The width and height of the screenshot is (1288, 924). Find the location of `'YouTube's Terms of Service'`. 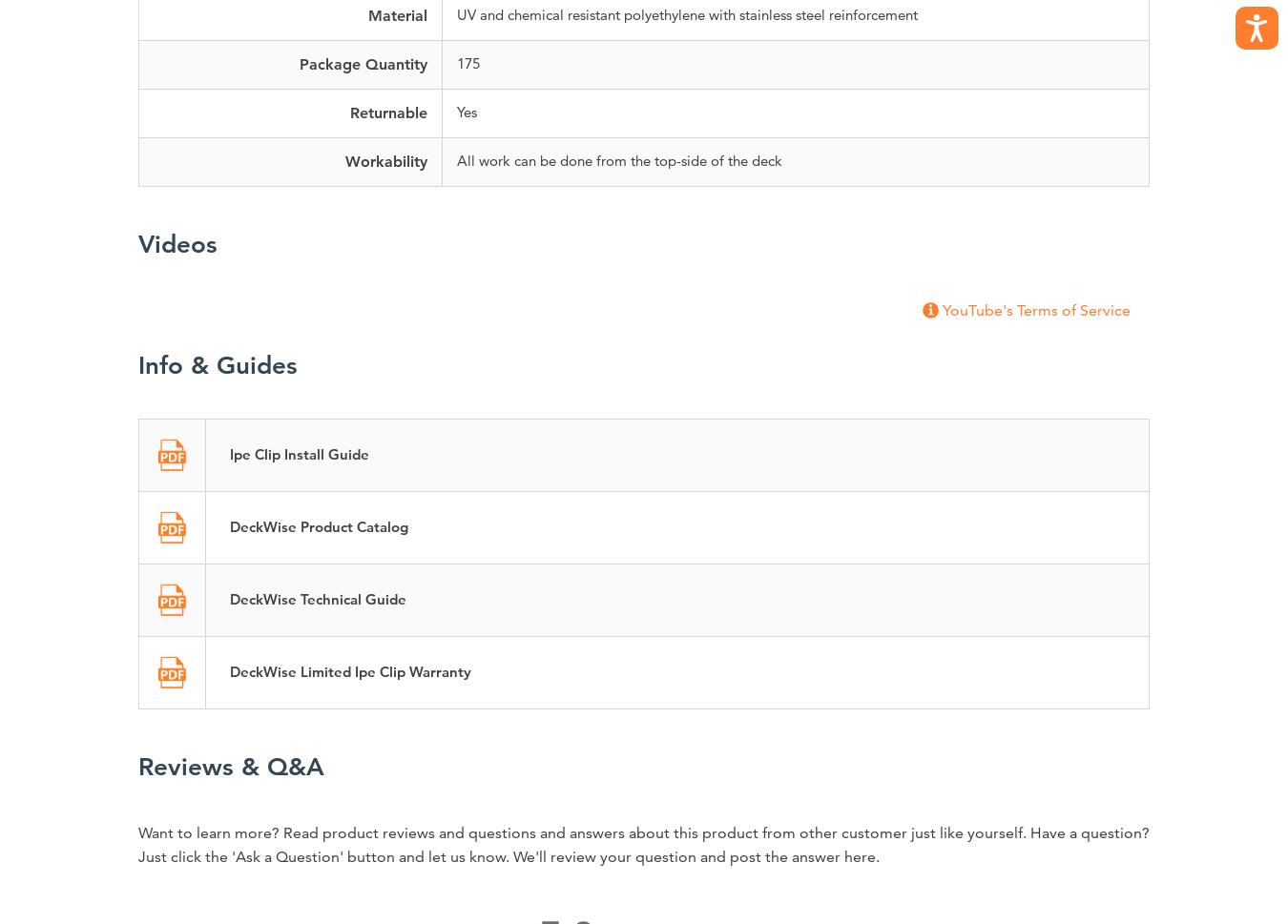

'YouTube's Terms of Service' is located at coordinates (1036, 308).